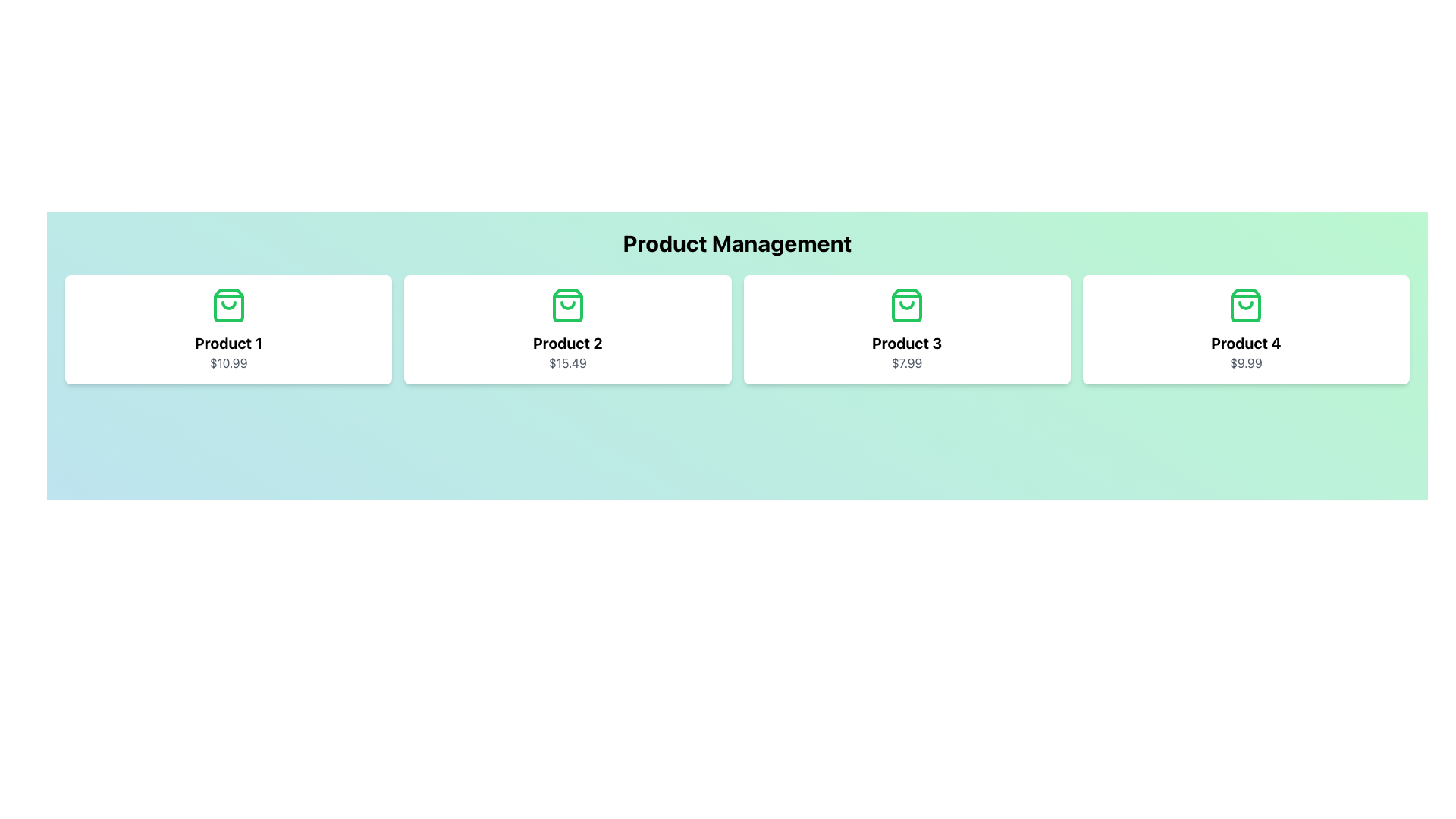 The width and height of the screenshot is (1456, 819). What do you see at coordinates (1246, 362) in the screenshot?
I see `the price text for 'Product 4' located at the bottom of the card` at bounding box center [1246, 362].